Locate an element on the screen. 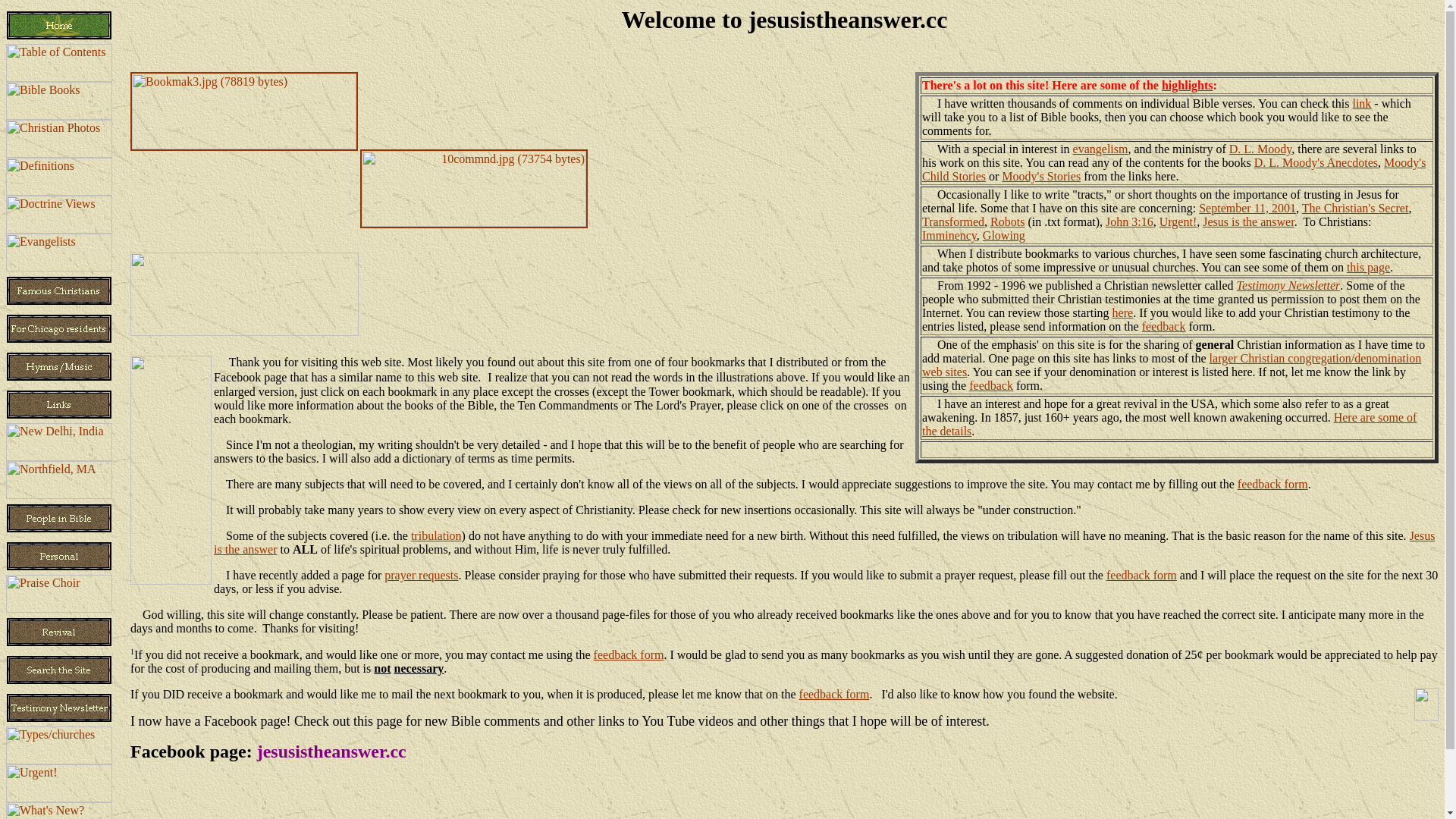 The height and width of the screenshot is (819, 1456). 'larger Christian congregation/denomination web sites' is located at coordinates (1171, 365).